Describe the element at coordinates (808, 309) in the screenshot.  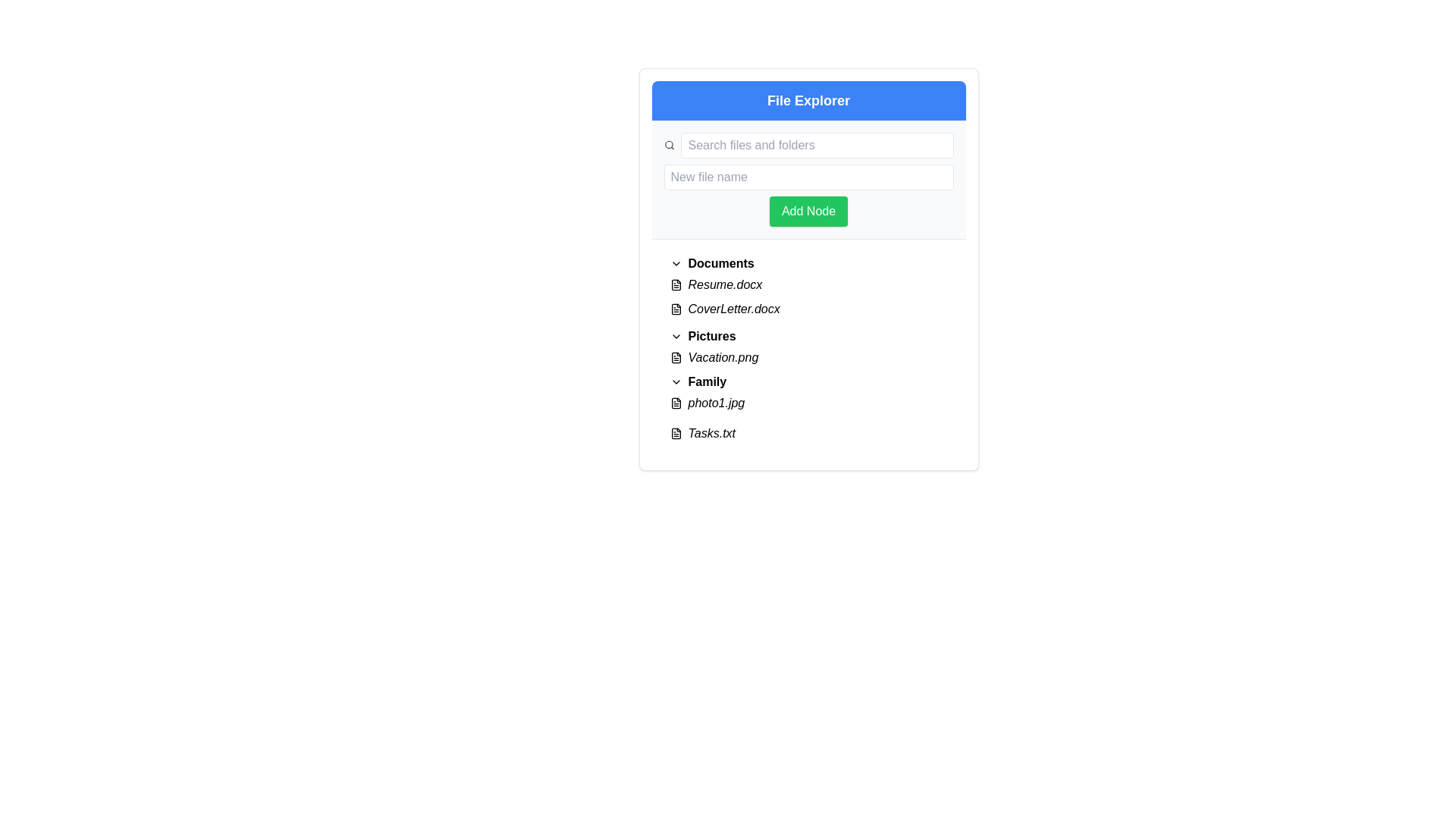
I see `the 'CoverLetter.docx' file entry in the Documents folder` at that location.